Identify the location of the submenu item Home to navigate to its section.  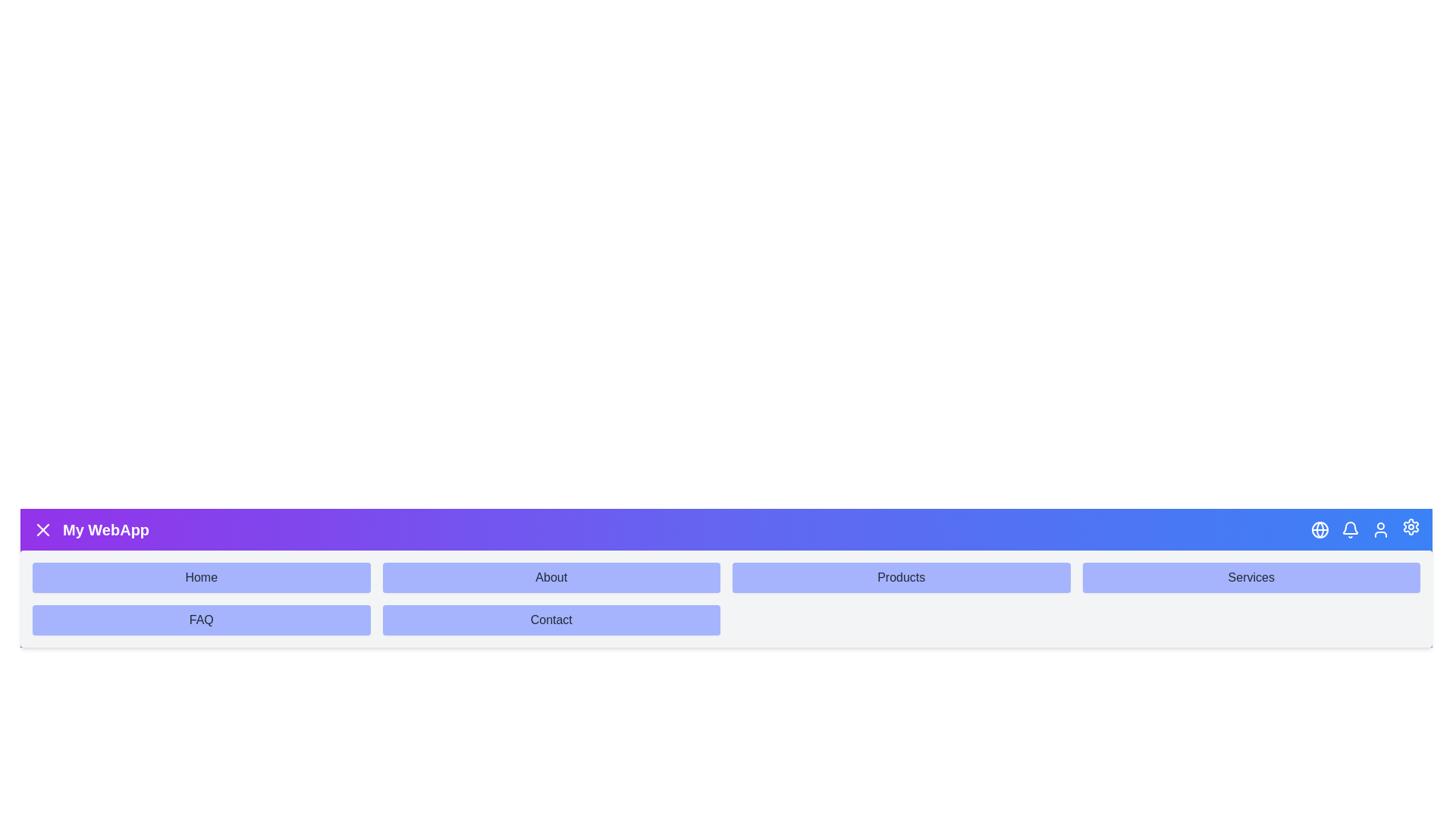
(200, 578).